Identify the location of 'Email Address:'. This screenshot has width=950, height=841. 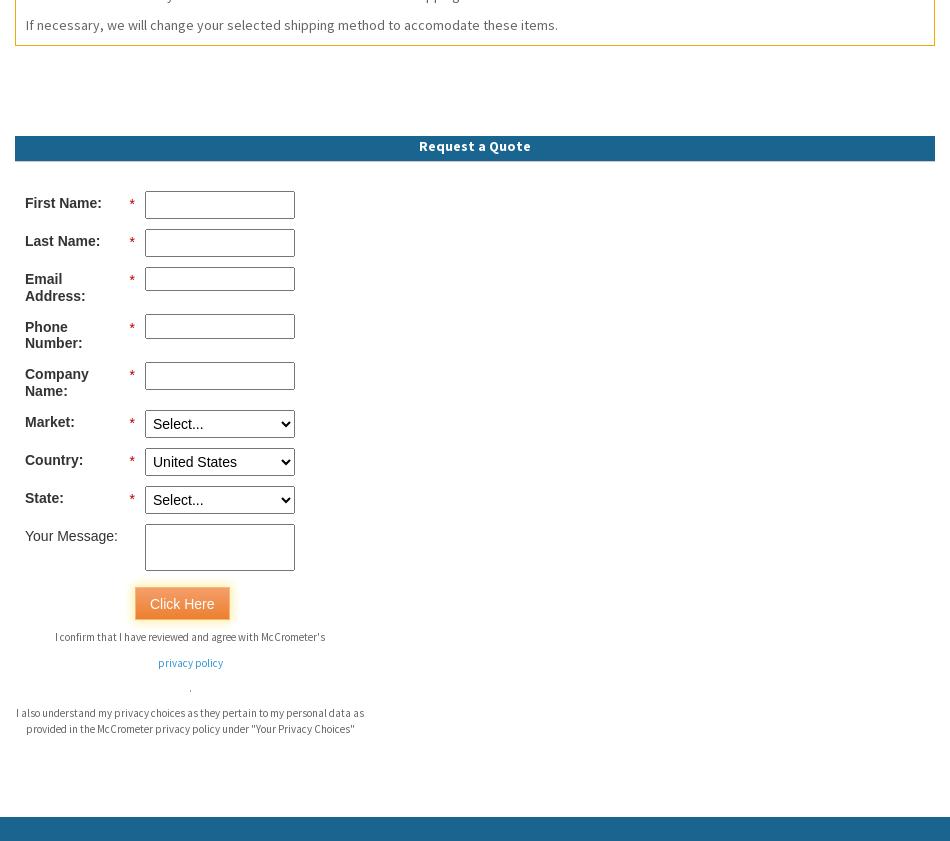
(55, 285).